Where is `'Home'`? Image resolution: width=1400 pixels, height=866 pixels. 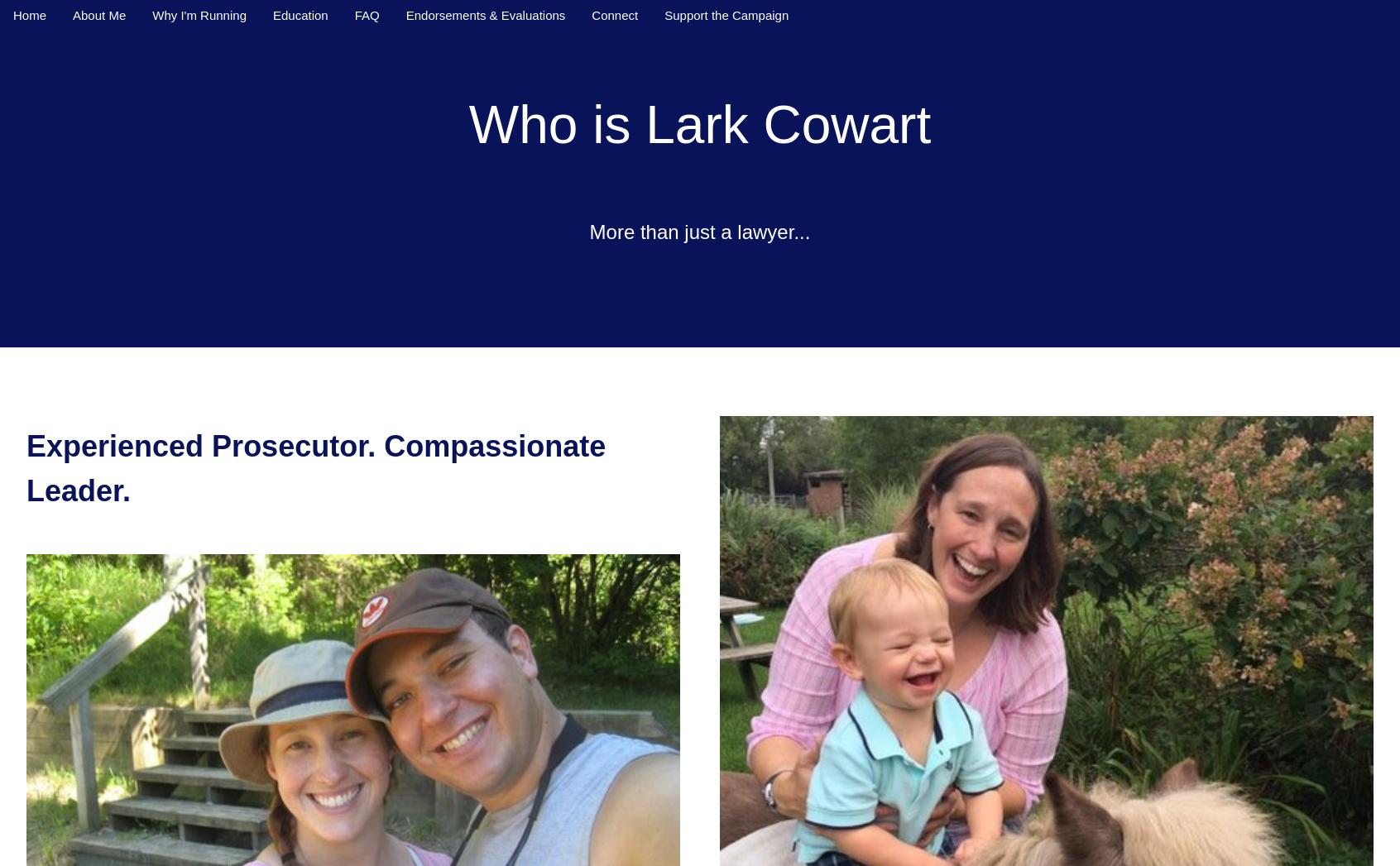 'Home' is located at coordinates (29, 14).